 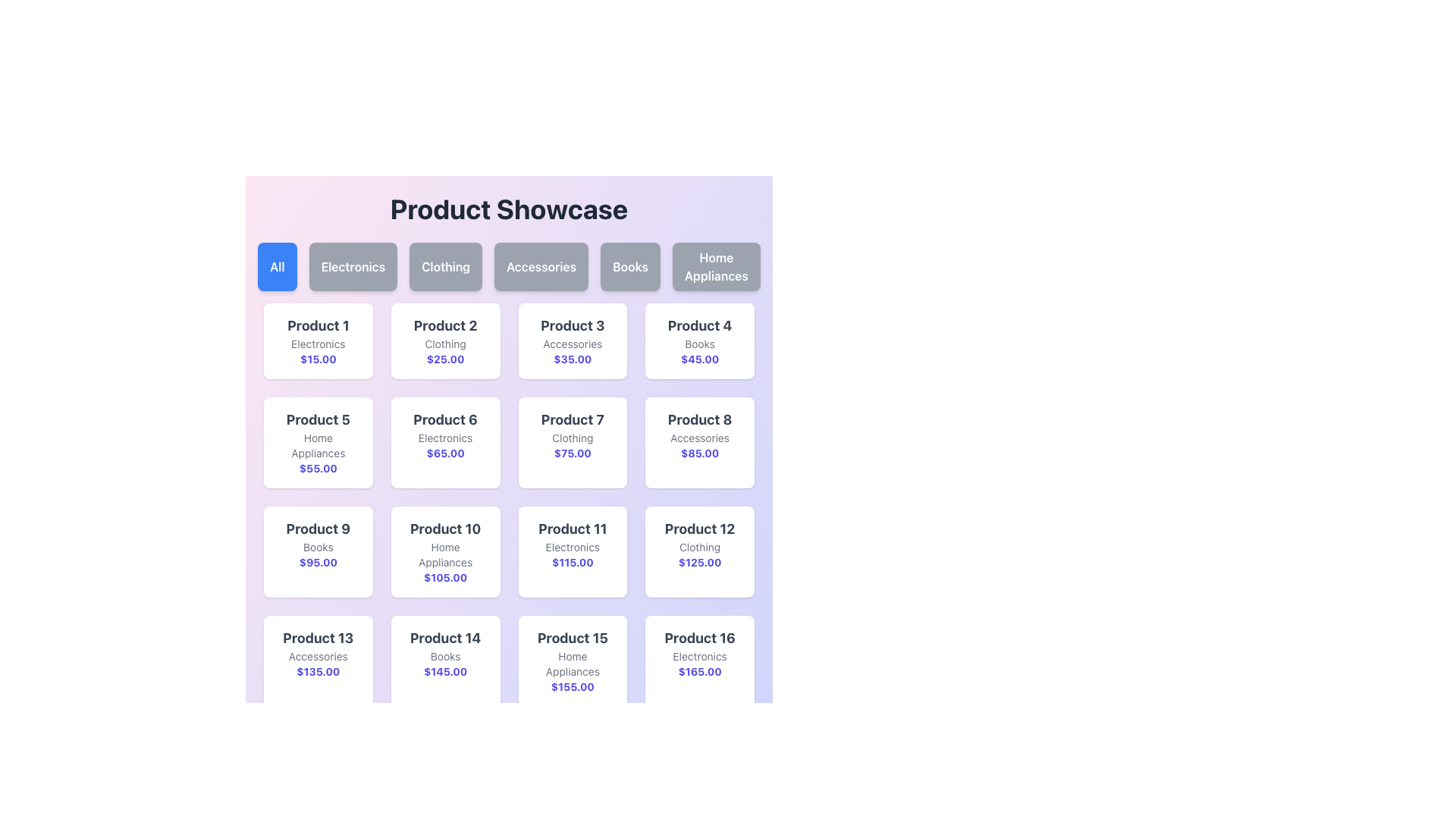 What do you see at coordinates (445, 265) in the screenshot?
I see `the 'Clothing' category filter button, which is the third button in a horizontal array of six buttons under the 'Product Showcase' title` at bounding box center [445, 265].